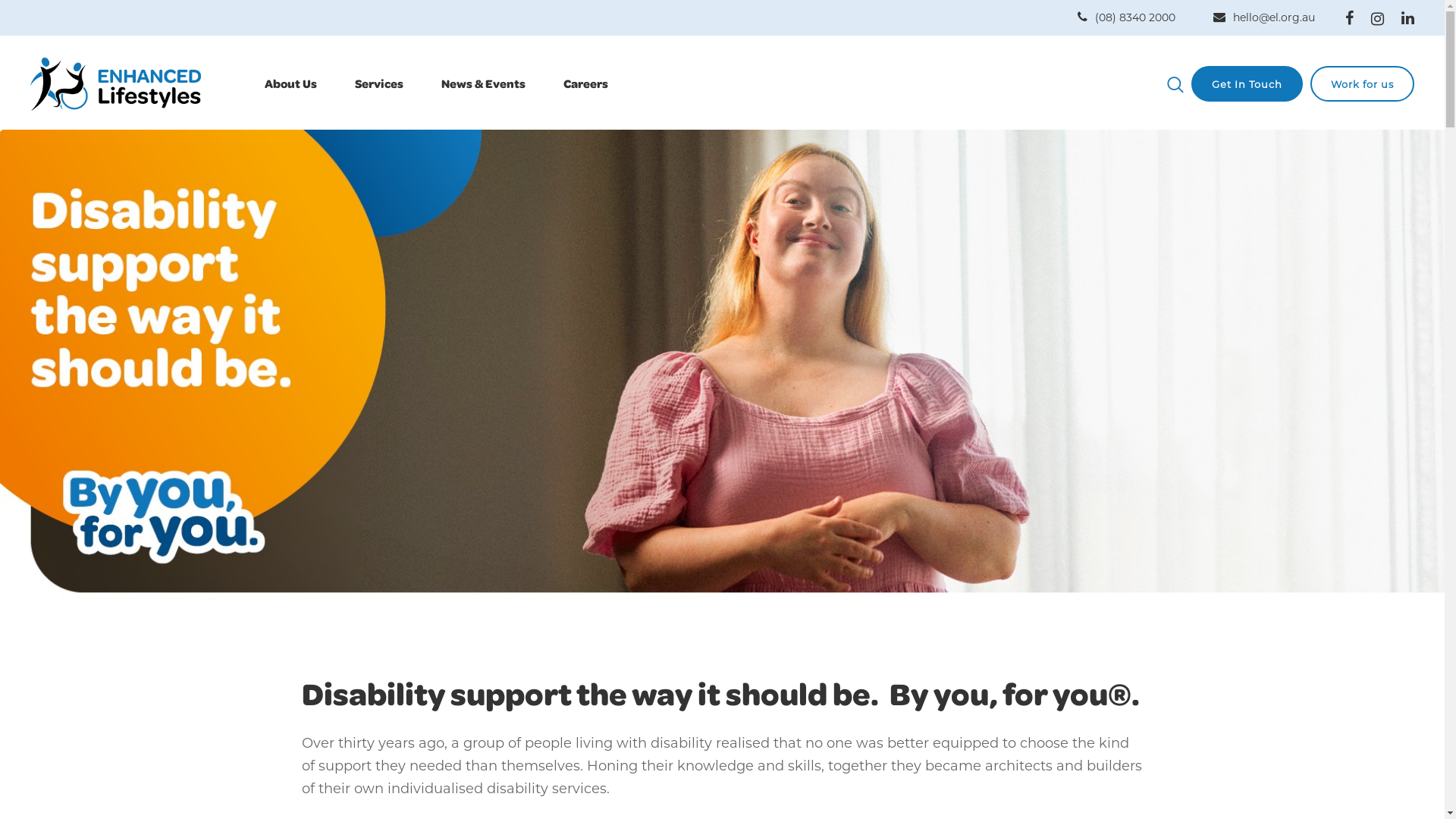 This screenshot has width=1456, height=819. What do you see at coordinates (1175, 85) in the screenshot?
I see `'Search'` at bounding box center [1175, 85].